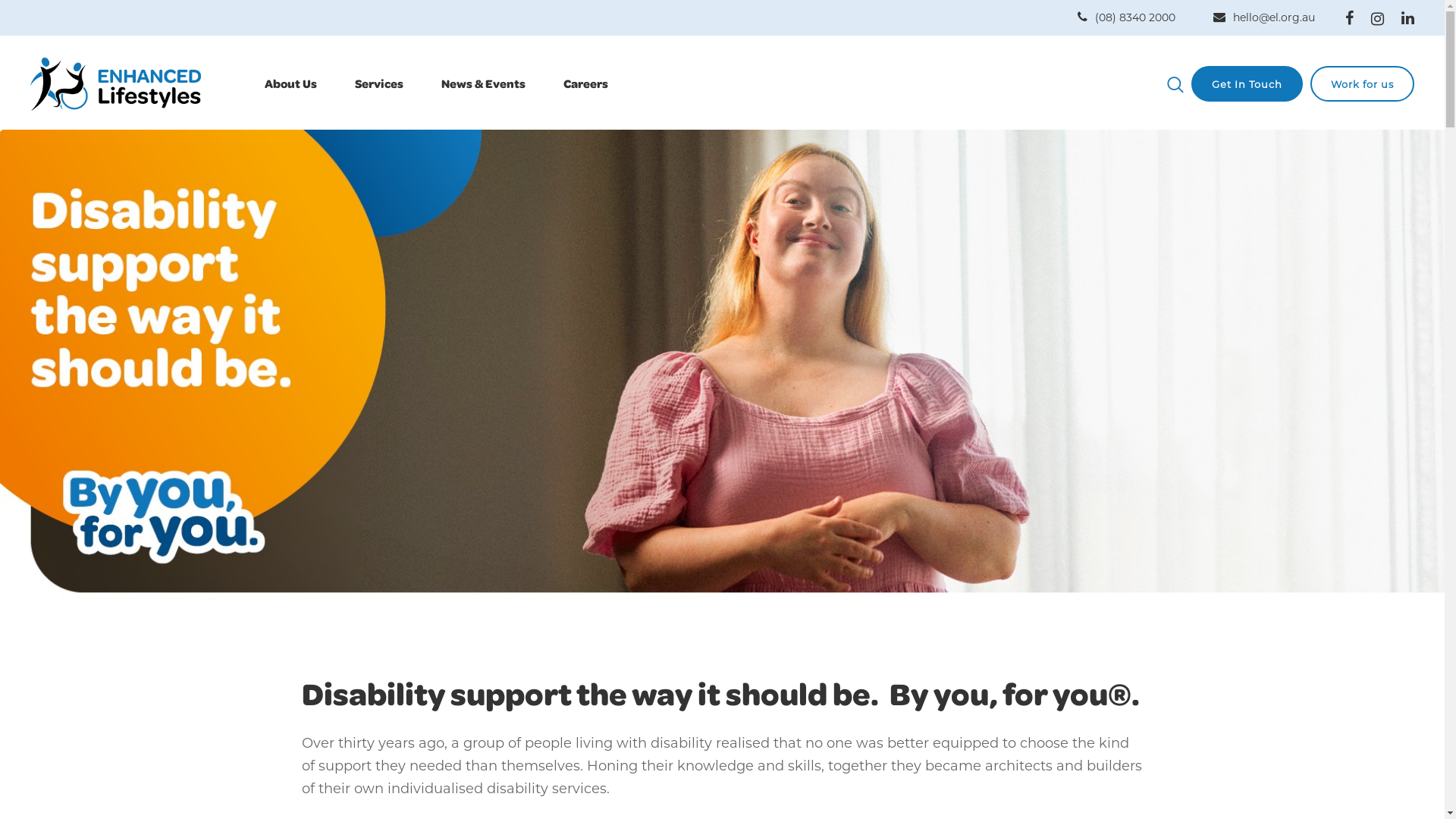 This screenshot has width=1456, height=819. What do you see at coordinates (1175, 85) in the screenshot?
I see `'Search'` at bounding box center [1175, 85].